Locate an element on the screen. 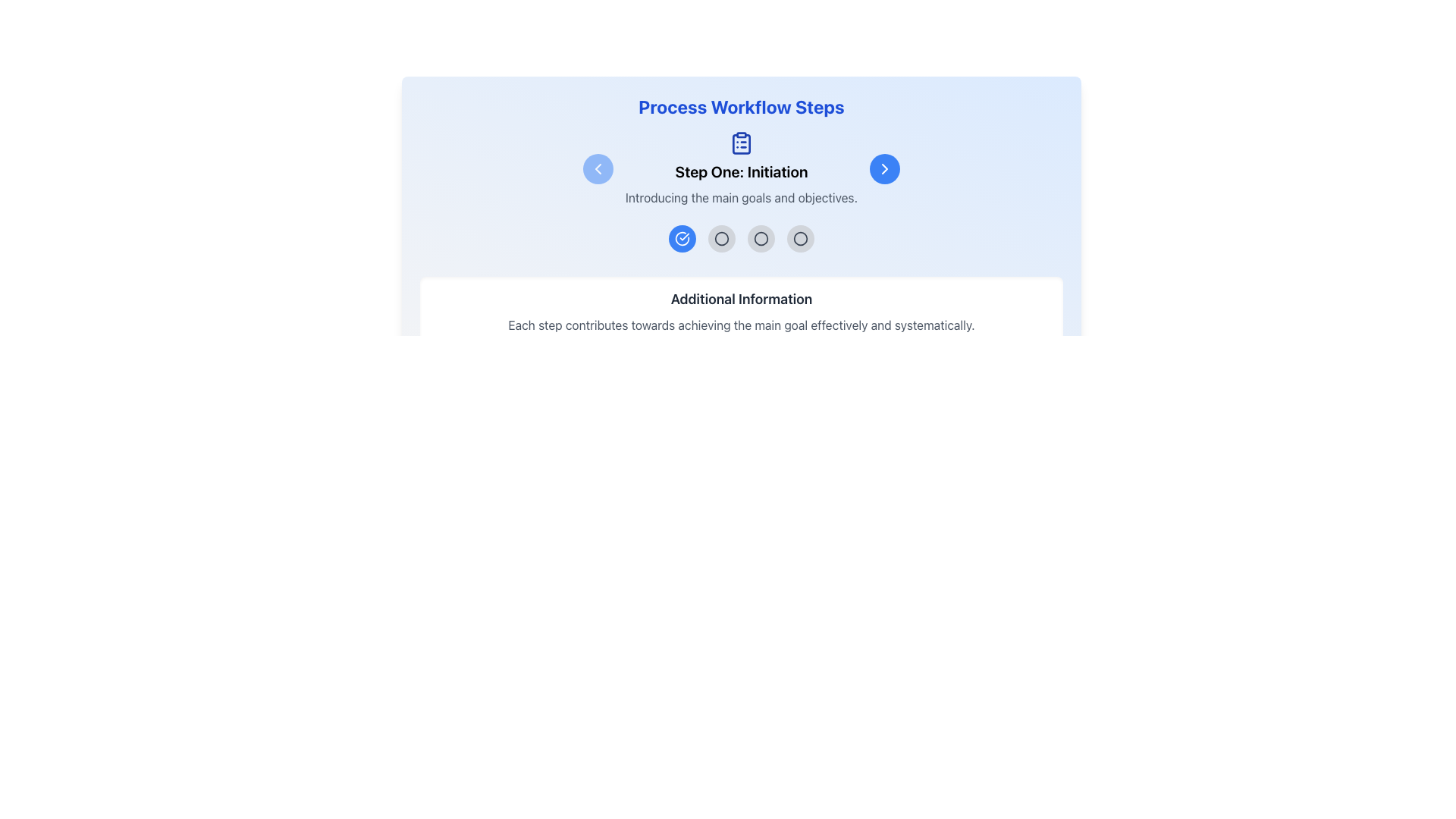  the small, centered, gray text reading 'Introducing the main goals and objectives.' which is located below 'Step One: Initiation' and the blue clipboard icon, within the top section of the interface is located at coordinates (742, 197).